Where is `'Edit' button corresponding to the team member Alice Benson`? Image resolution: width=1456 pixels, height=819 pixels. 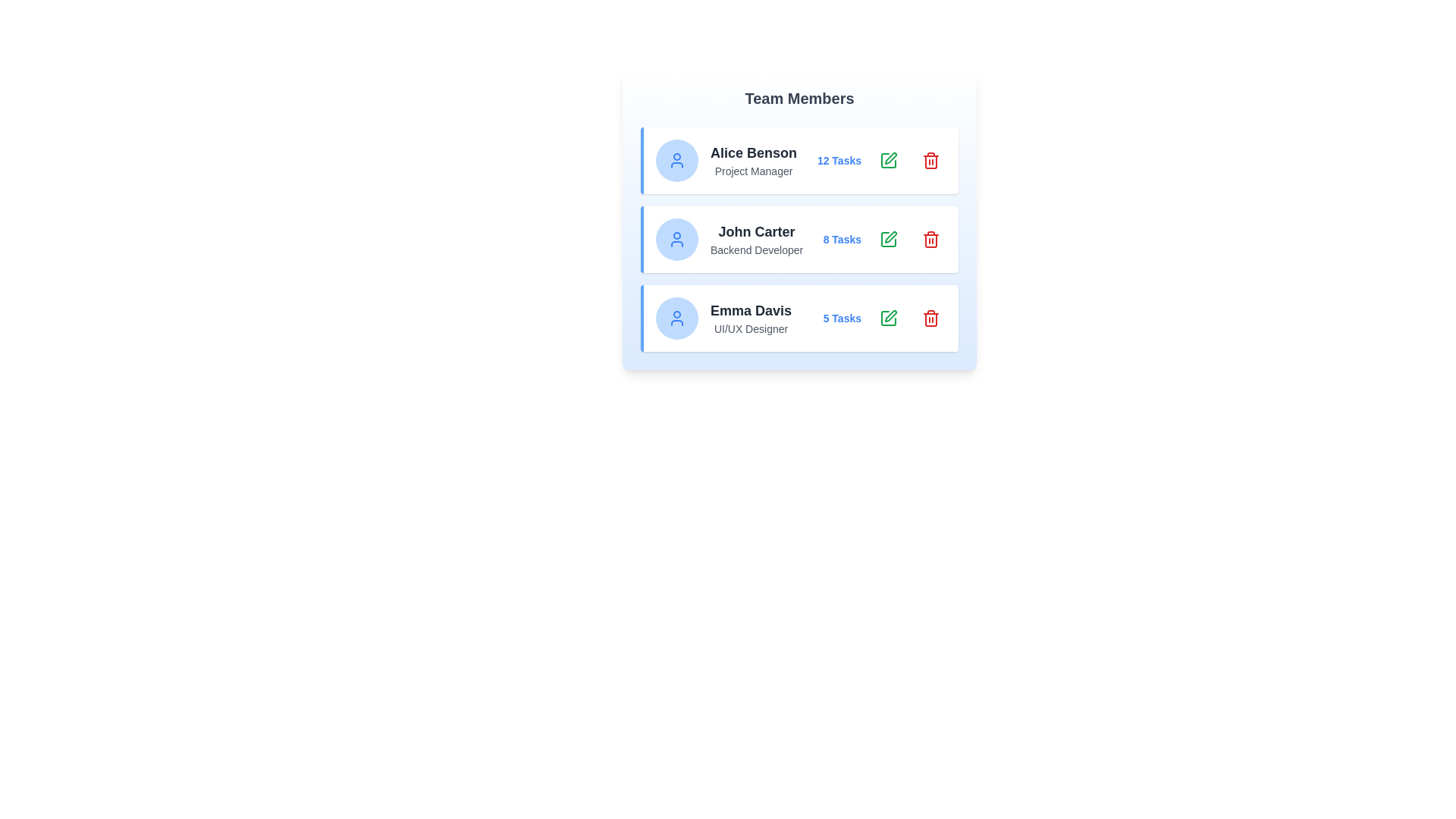 'Edit' button corresponding to the team member Alice Benson is located at coordinates (888, 161).